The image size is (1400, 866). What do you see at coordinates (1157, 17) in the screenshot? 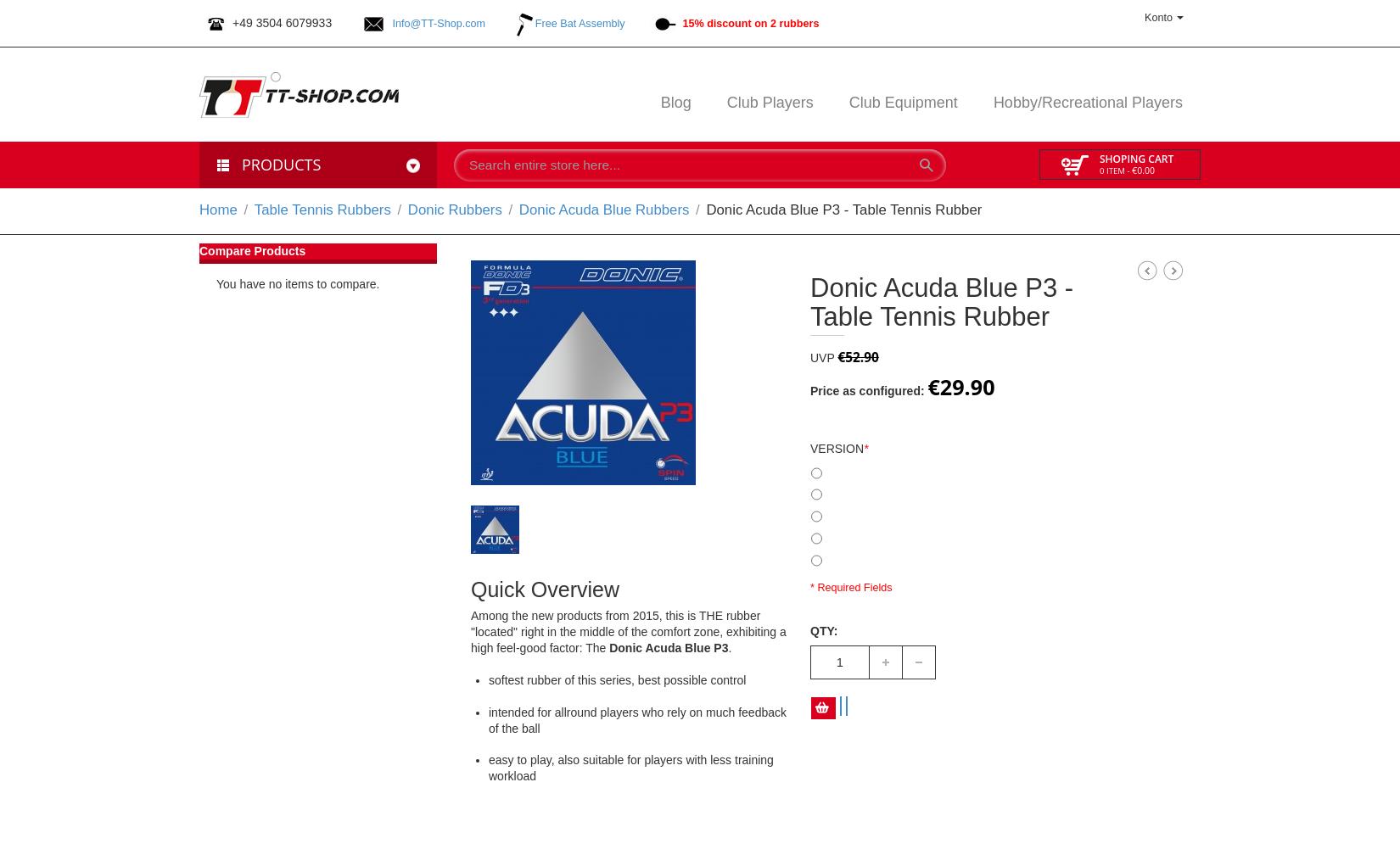
I see `'Konto'` at bounding box center [1157, 17].